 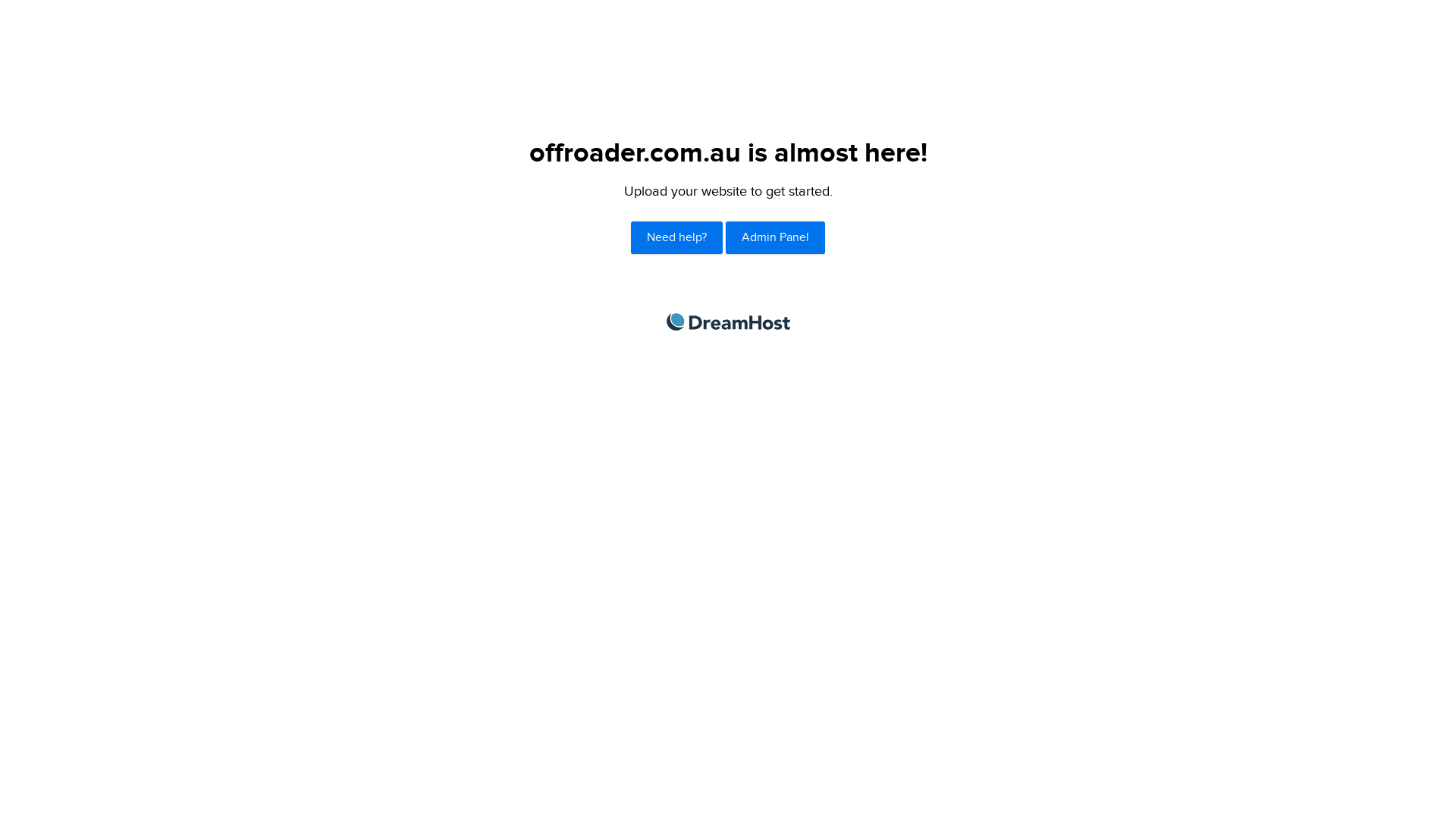 What do you see at coordinates (666, 320) in the screenshot?
I see `'DreamHost'` at bounding box center [666, 320].